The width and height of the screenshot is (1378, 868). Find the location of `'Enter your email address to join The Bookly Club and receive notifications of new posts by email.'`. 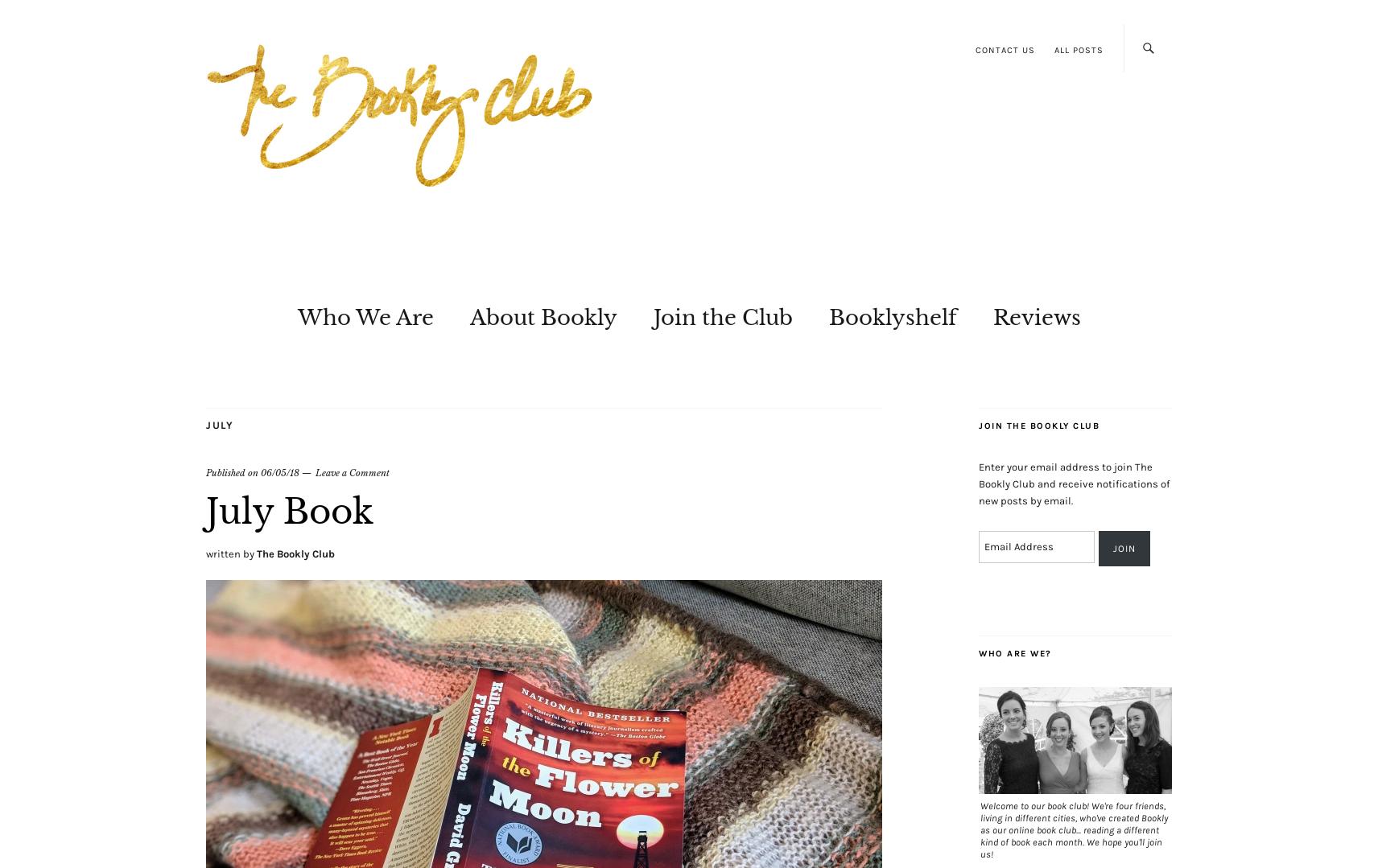

'Enter your email address to join The Bookly Club and receive notifications of new posts by email.' is located at coordinates (979, 483).